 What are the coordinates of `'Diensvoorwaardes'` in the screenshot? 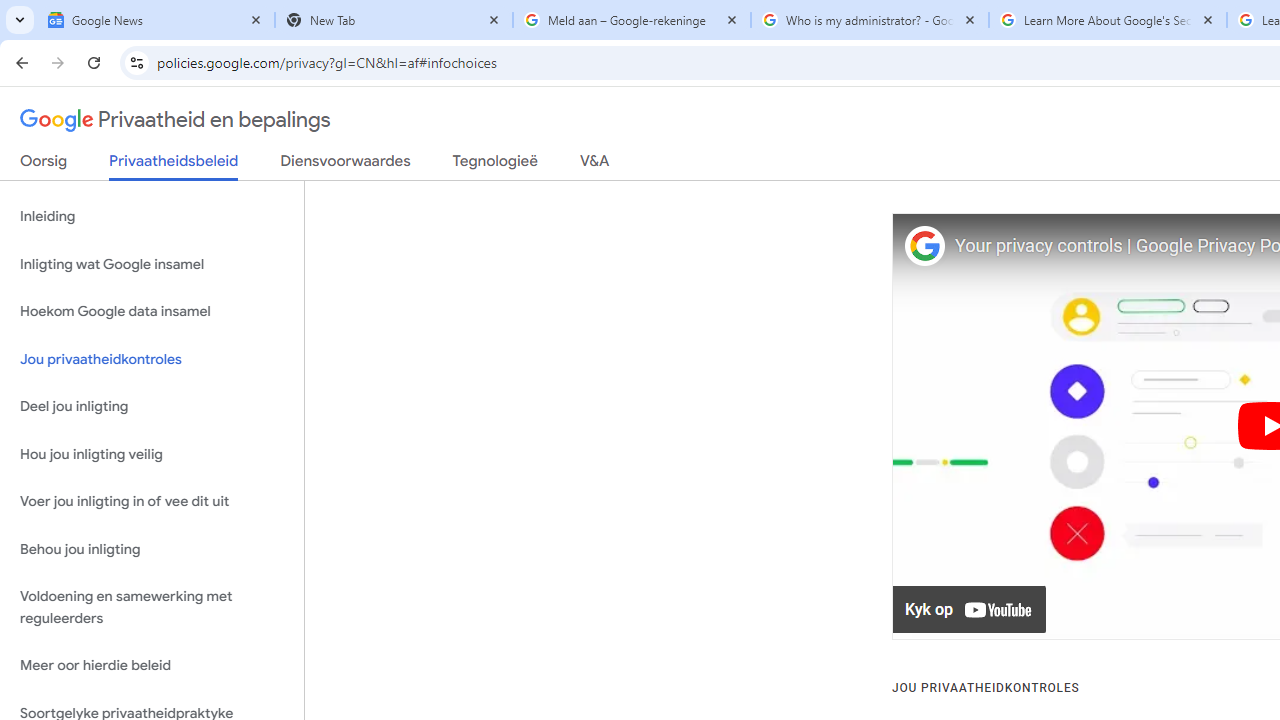 It's located at (345, 164).